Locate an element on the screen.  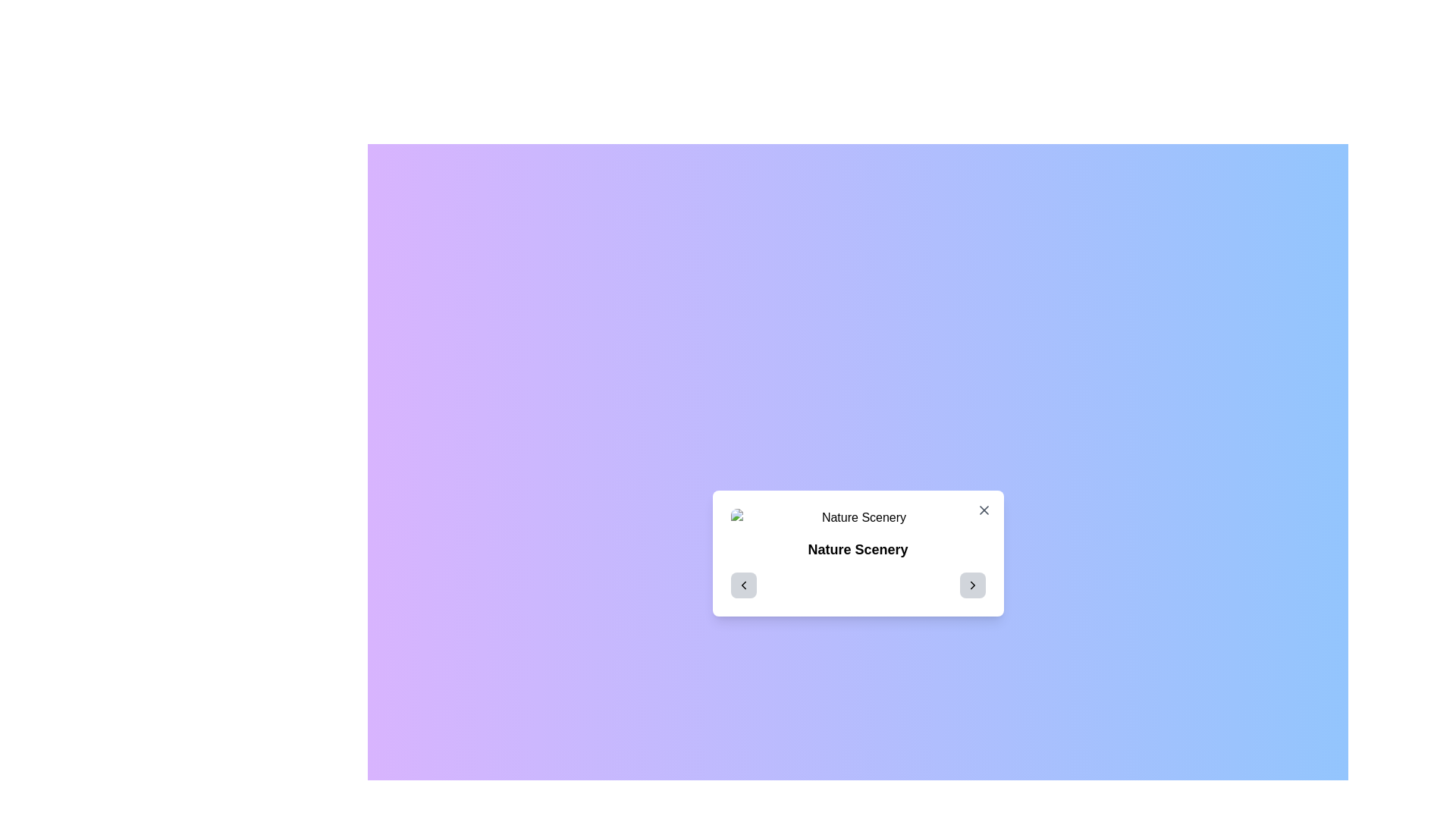
the rounded gray button with a left-chevron icon is located at coordinates (743, 584).